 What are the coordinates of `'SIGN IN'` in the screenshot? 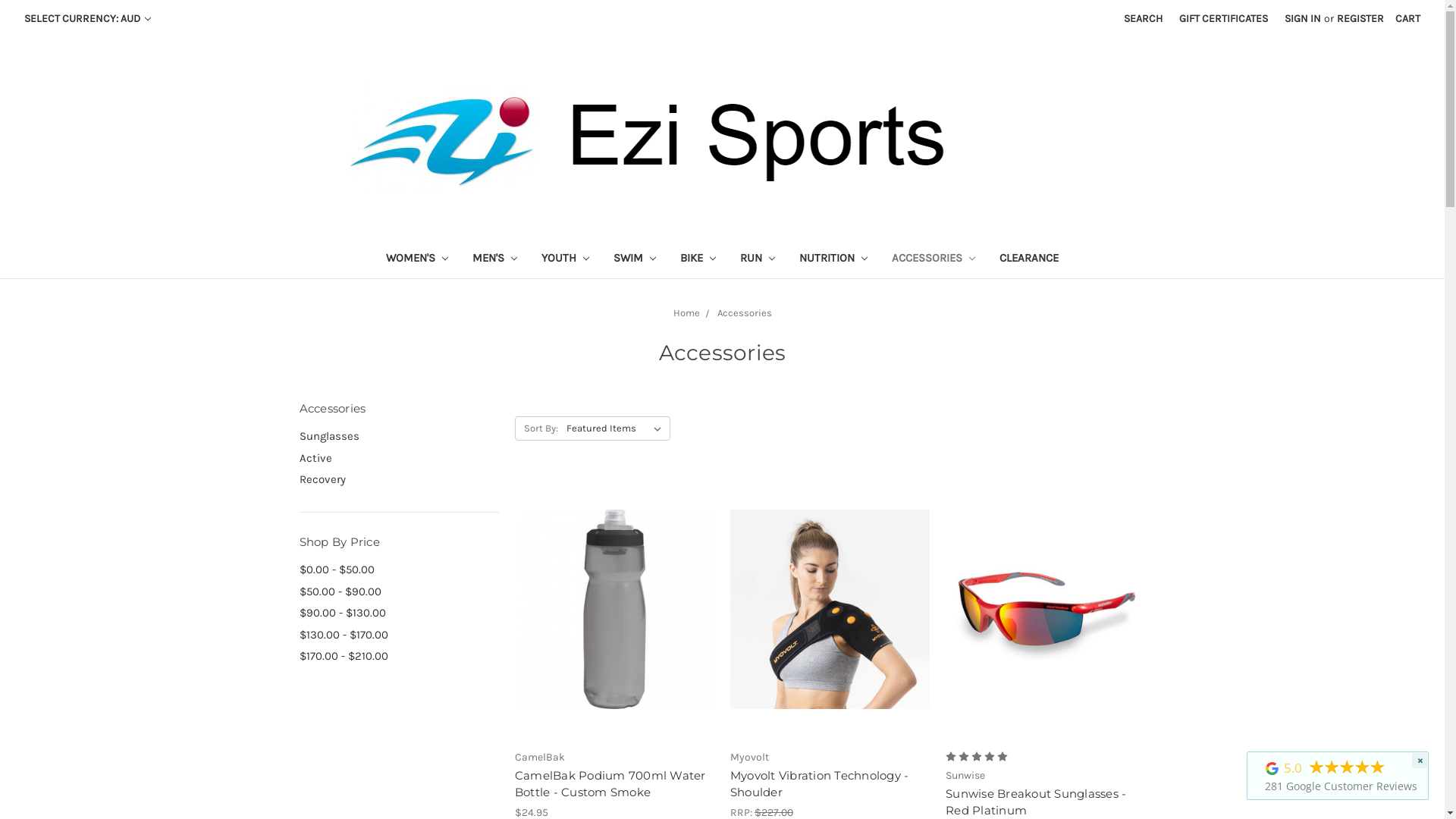 It's located at (1276, 18).